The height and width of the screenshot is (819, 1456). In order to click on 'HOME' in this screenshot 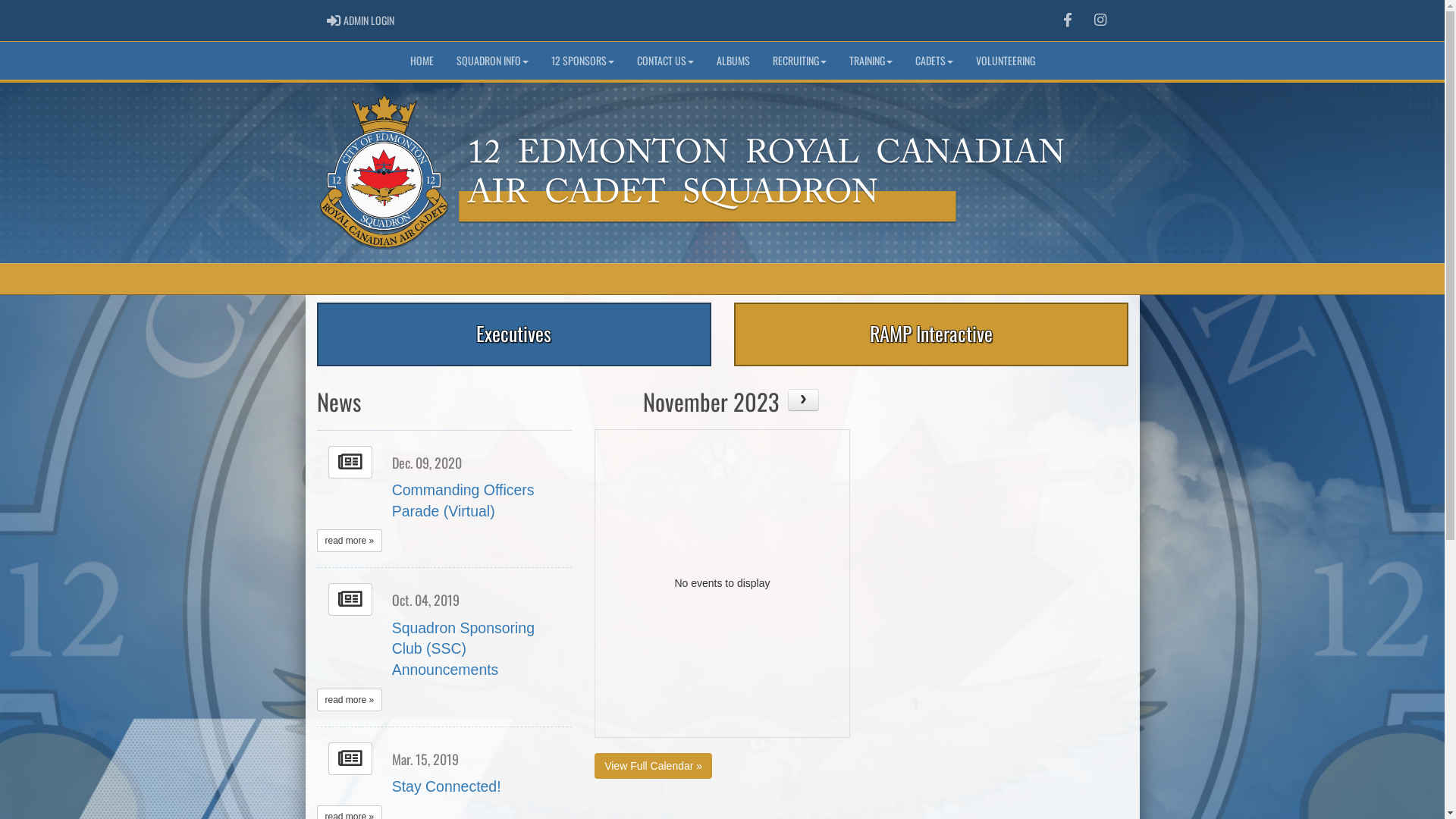, I will do `click(422, 60)`.